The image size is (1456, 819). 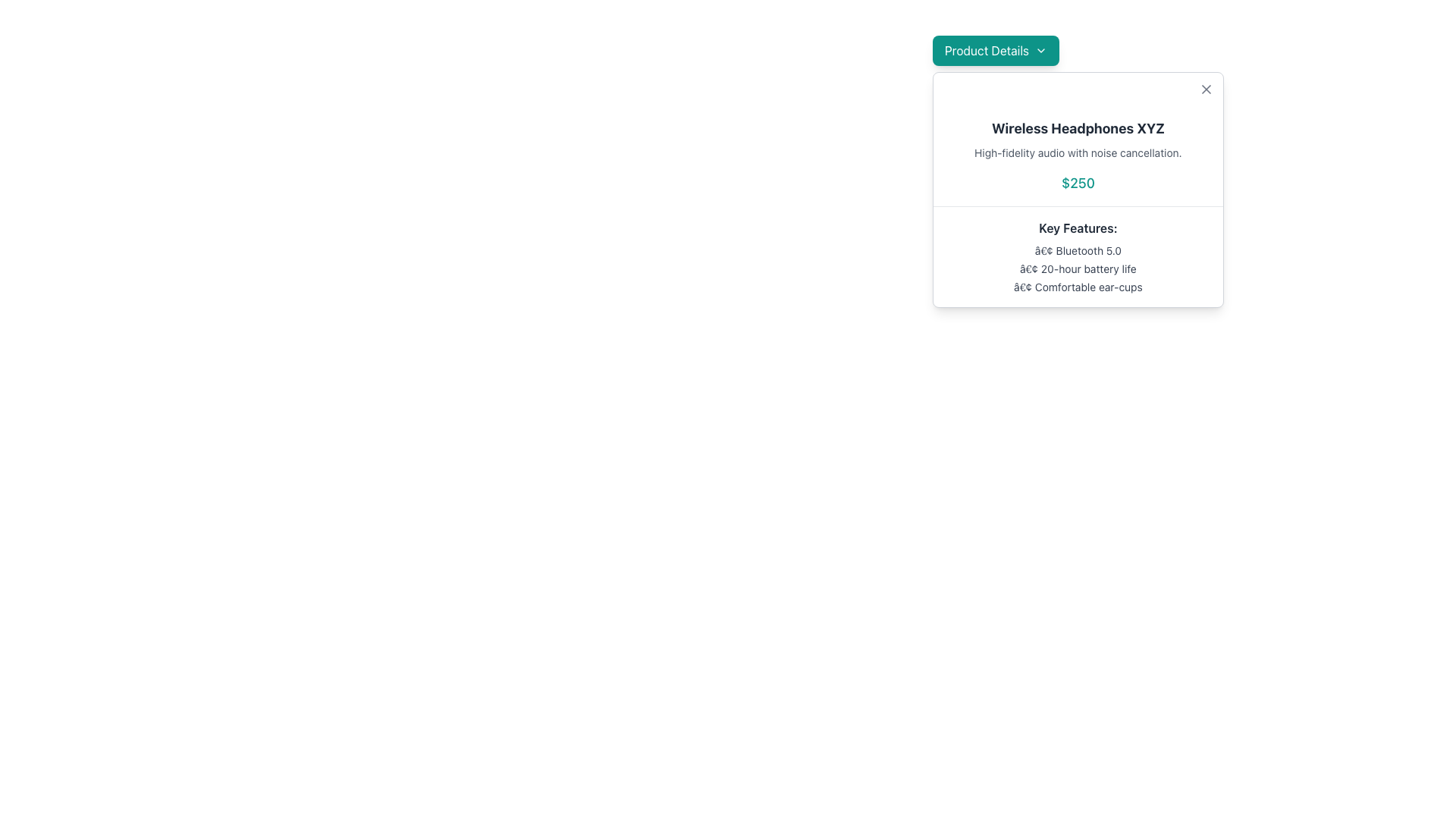 What do you see at coordinates (1205, 89) in the screenshot?
I see `the close button located at the top-right corner of the card for 'Wireless Headphones XYZ'` at bounding box center [1205, 89].